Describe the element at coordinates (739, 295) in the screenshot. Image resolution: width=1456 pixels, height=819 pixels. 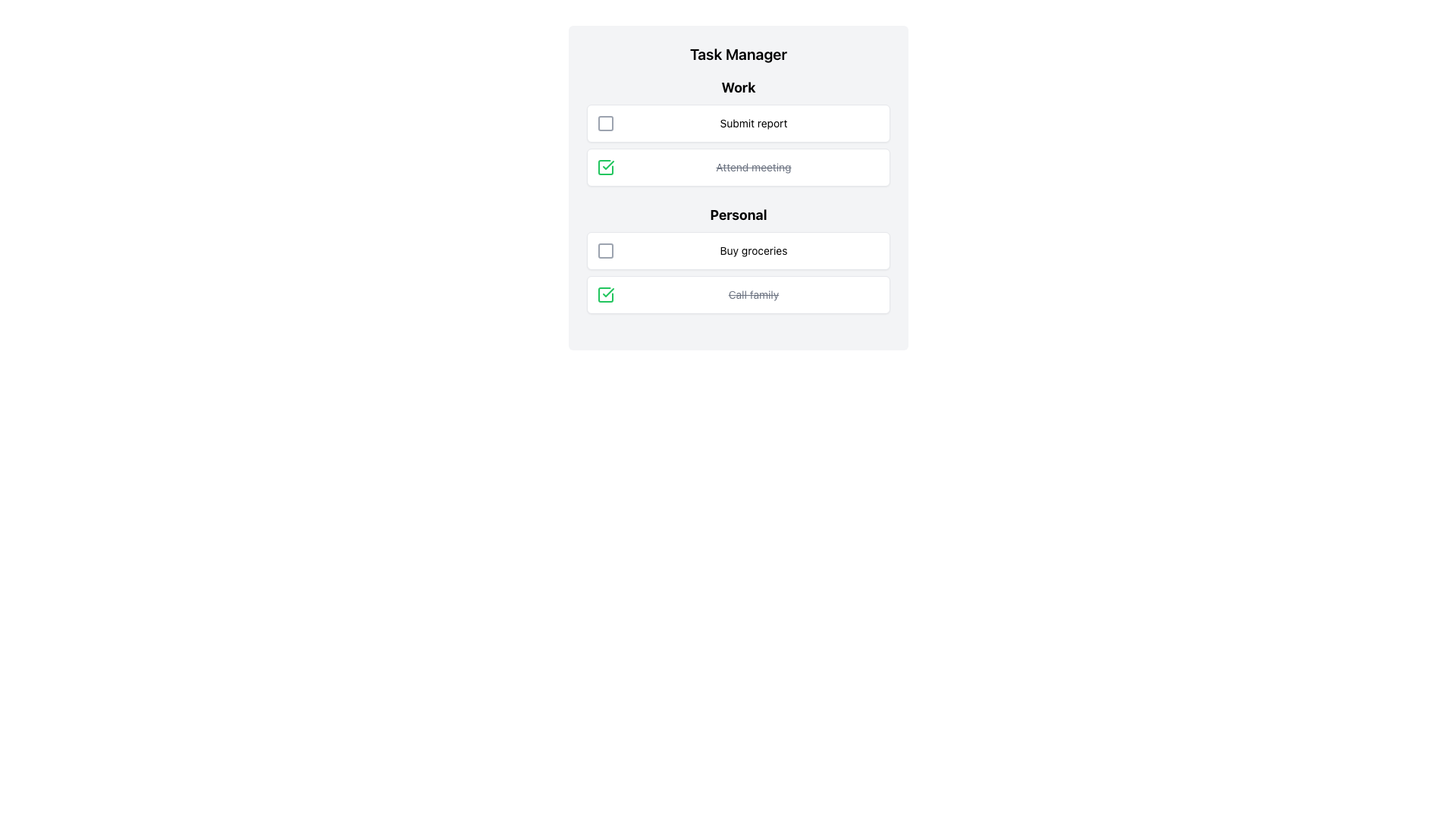
I see `the checkbox associated with the task 'Call family' to unmark it as completed` at that location.